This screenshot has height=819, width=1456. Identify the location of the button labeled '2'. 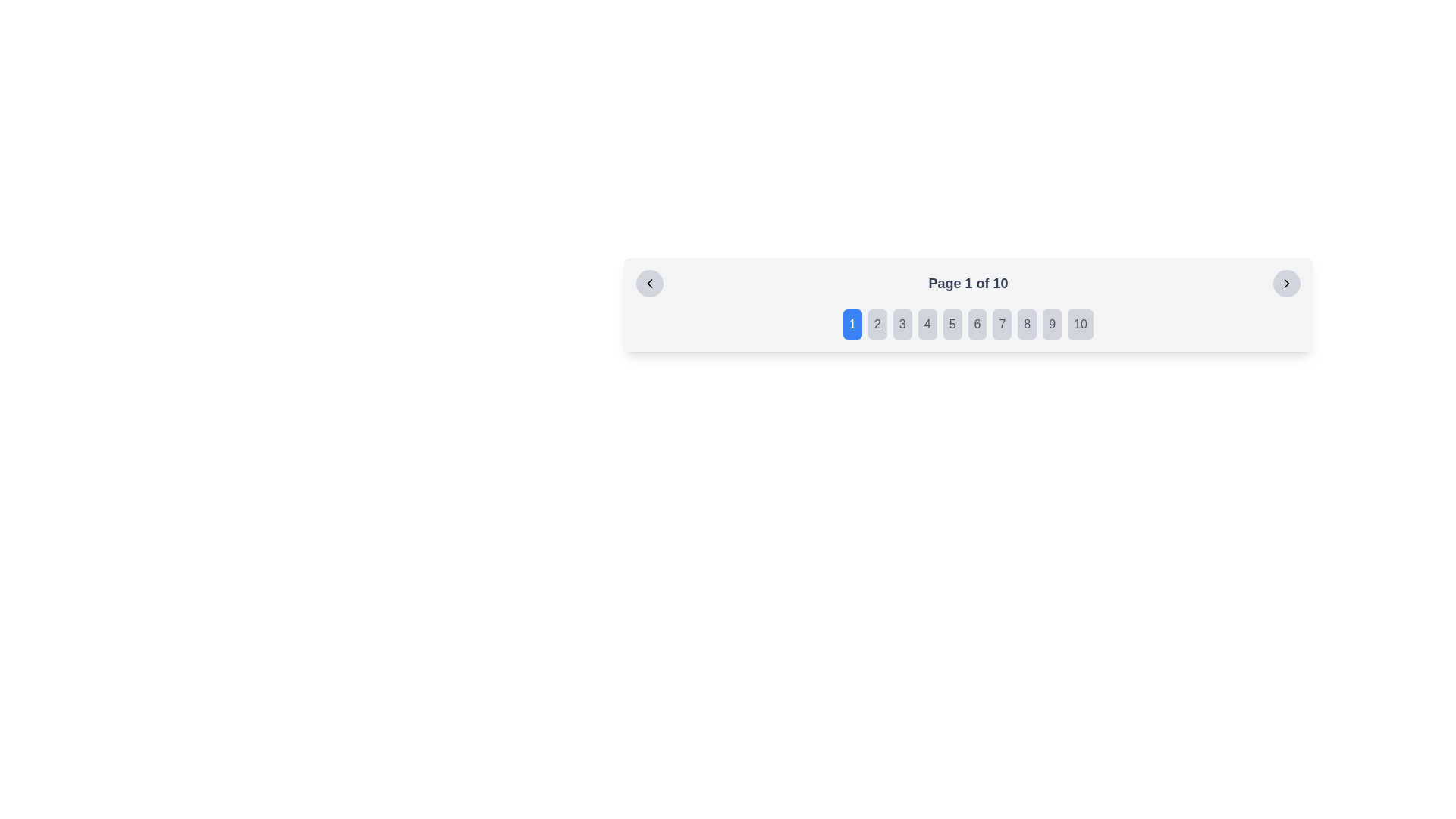
(877, 324).